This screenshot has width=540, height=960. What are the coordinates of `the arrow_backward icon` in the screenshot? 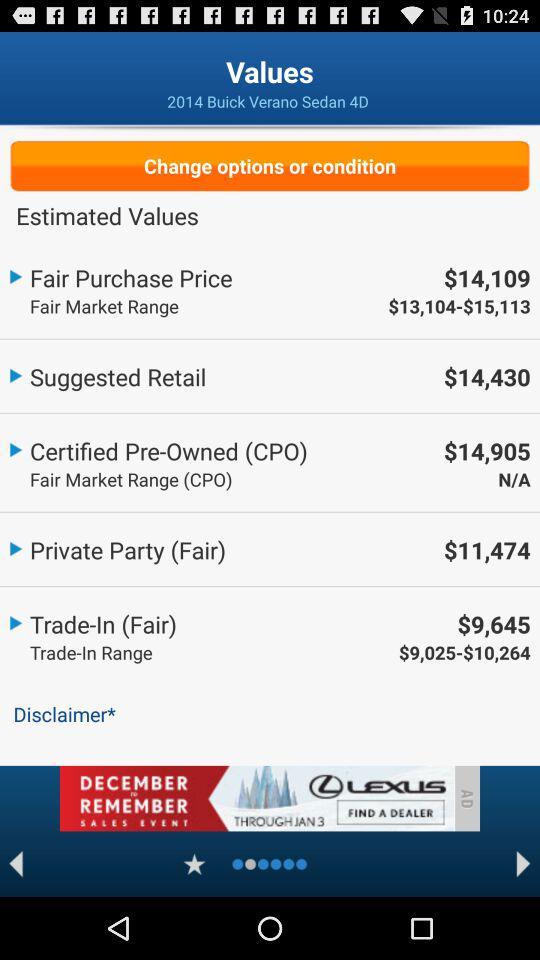 It's located at (15, 924).